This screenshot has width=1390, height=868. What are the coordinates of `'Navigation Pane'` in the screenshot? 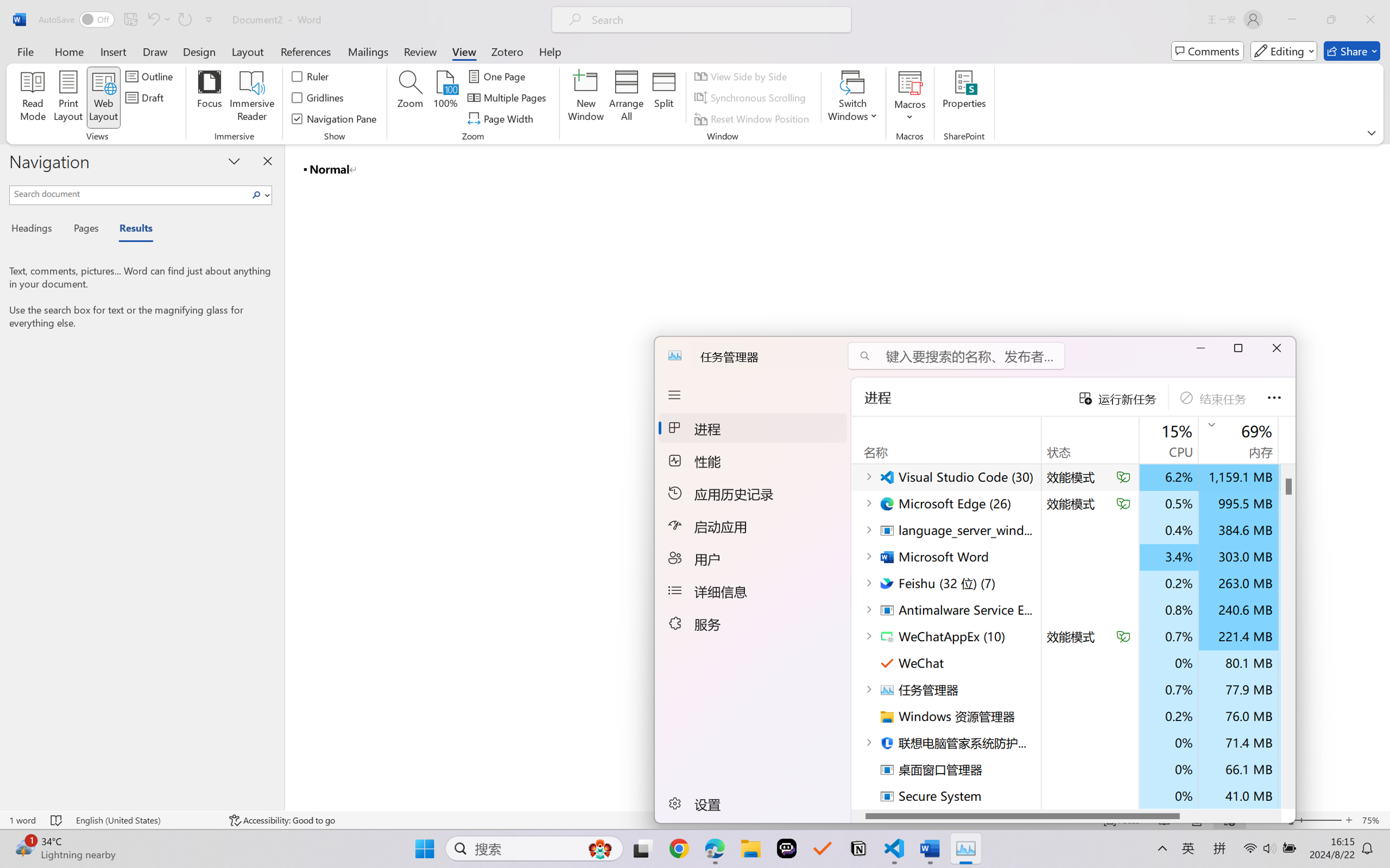 It's located at (334, 119).